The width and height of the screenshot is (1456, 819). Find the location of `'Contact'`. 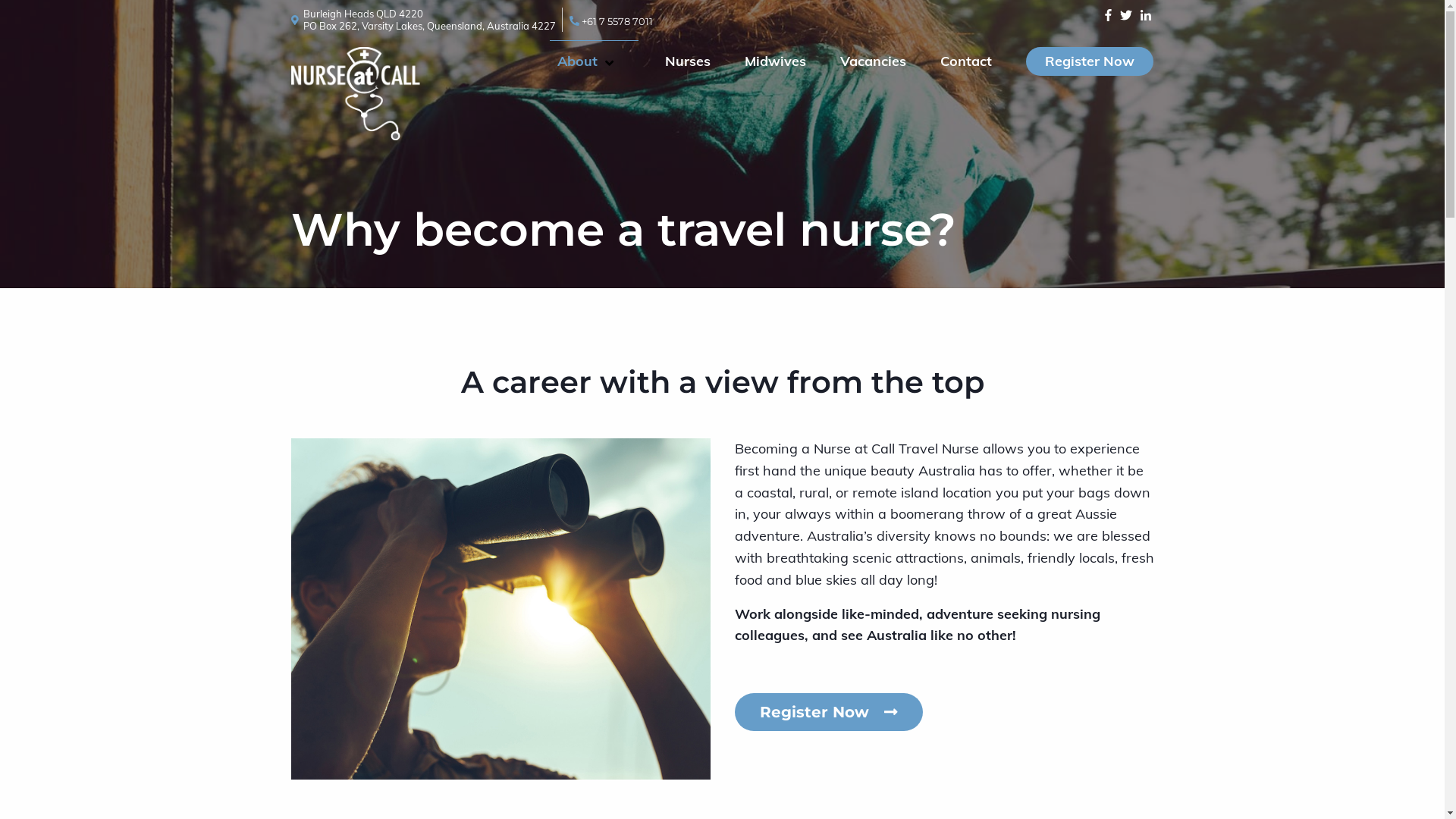

'Contact' is located at coordinates (965, 61).